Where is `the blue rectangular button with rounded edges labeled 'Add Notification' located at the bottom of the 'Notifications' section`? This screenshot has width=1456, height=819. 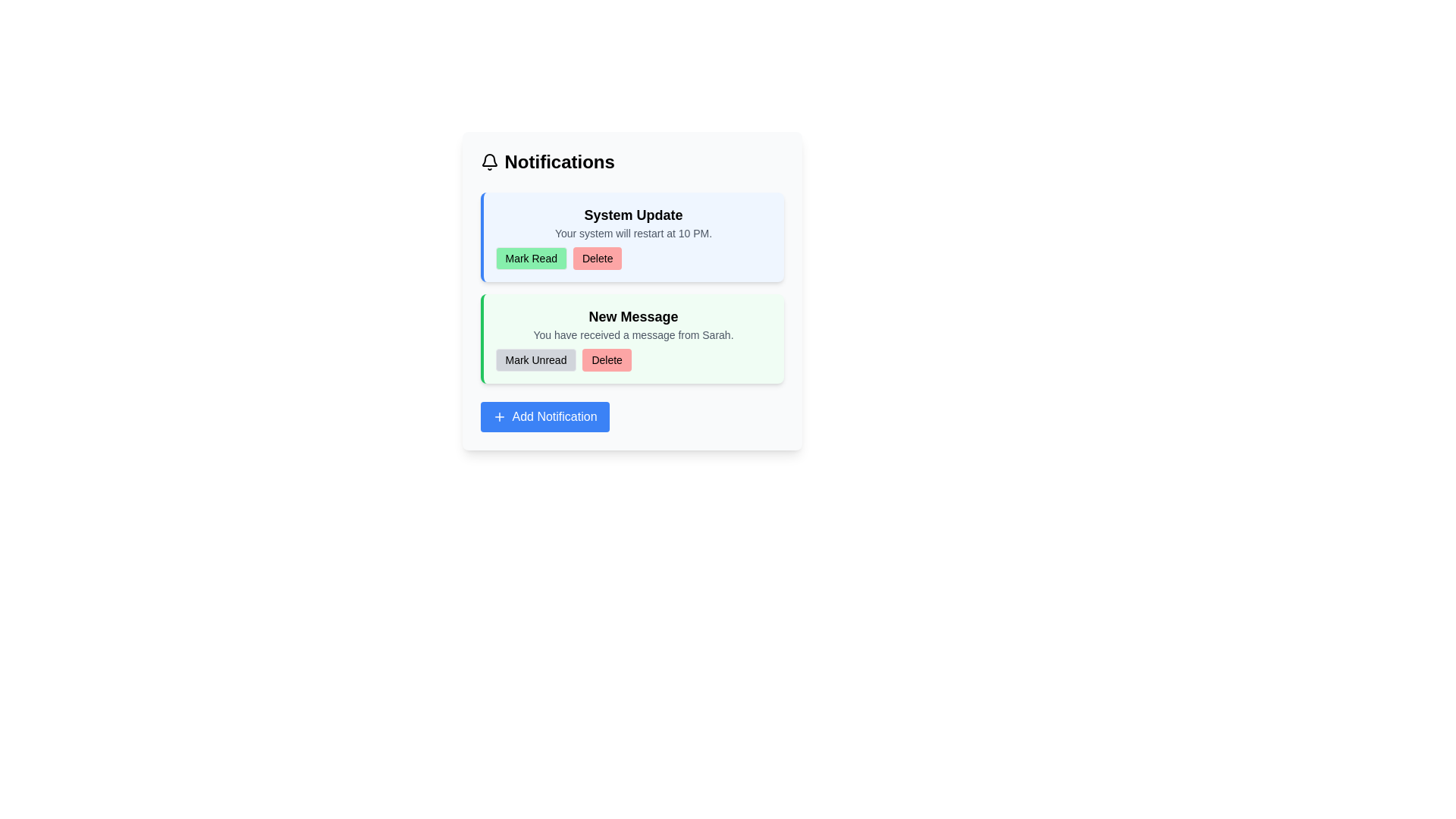 the blue rectangular button with rounded edges labeled 'Add Notification' located at the bottom of the 'Notifications' section is located at coordinates (544, 417).